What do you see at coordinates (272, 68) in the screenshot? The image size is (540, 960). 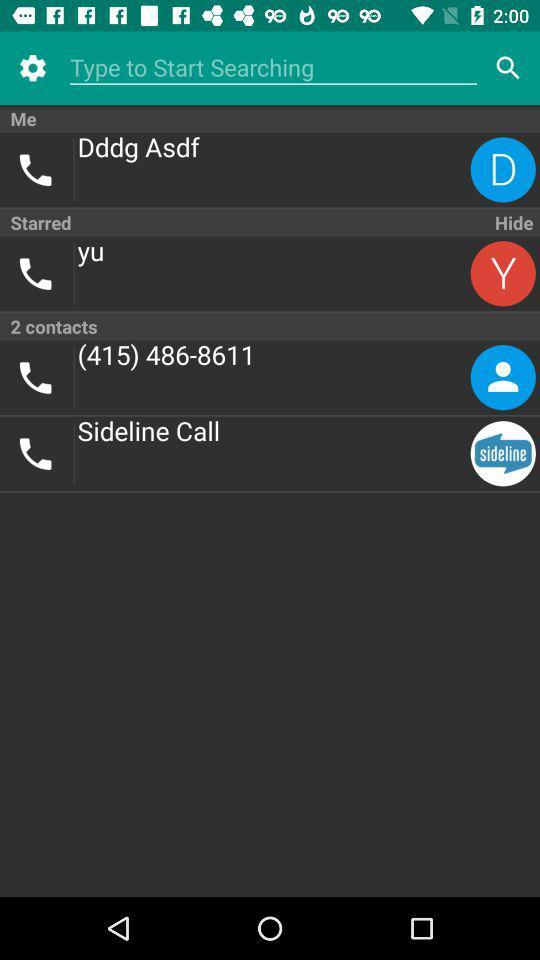 I see `type to search contact list` at bounding box center [272, 68].